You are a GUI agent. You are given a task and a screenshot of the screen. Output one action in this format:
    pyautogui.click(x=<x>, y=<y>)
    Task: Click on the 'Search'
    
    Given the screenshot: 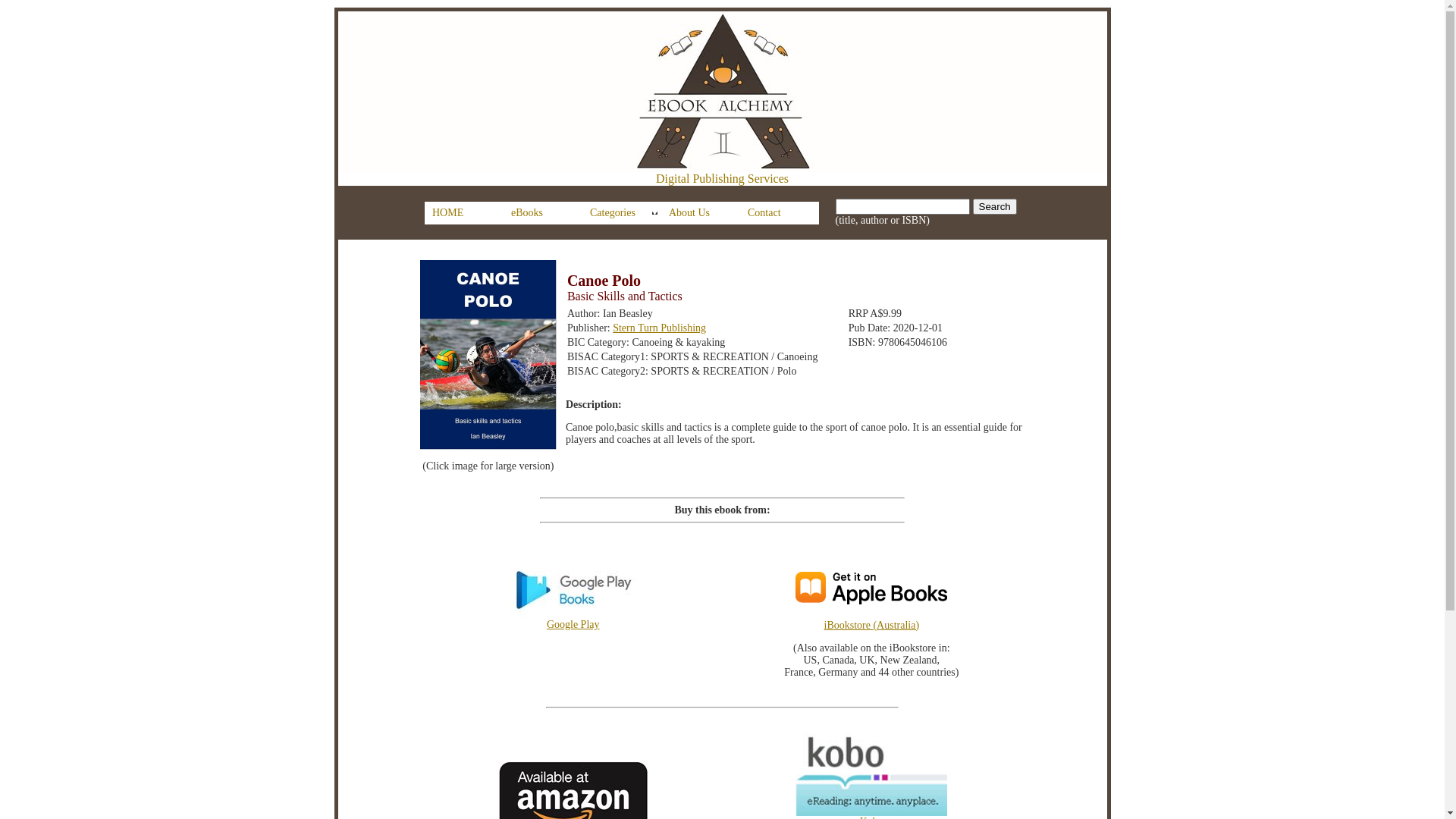 What is the action you would take?
    pyautogui.click(x=994, y=206)
    